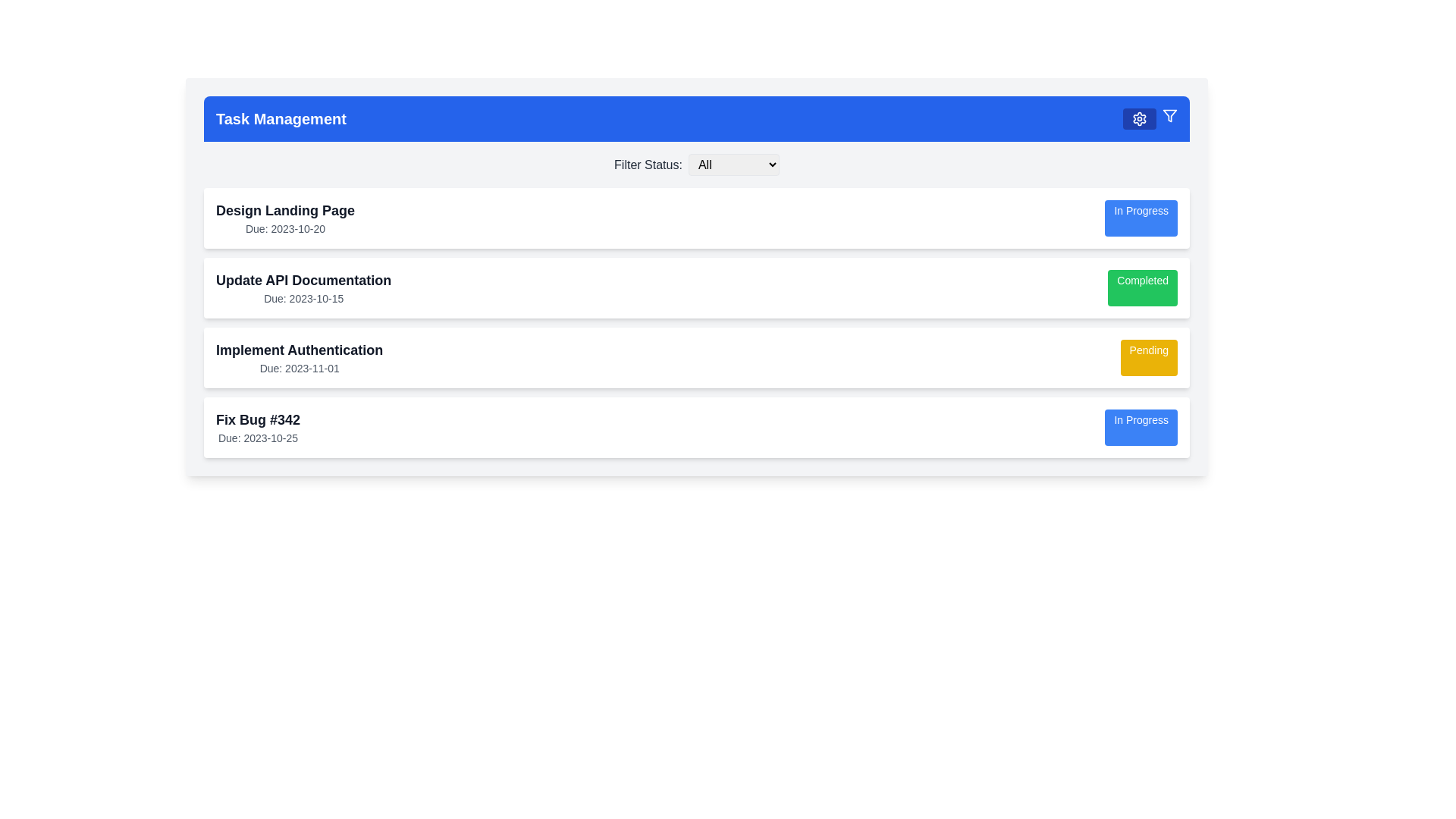 This screenshot has width=1456, height=819. I want to click on the task entry for 'Update API Documentation' which is marked as 'Completed' by clicking on its center point, so click(695, 288).